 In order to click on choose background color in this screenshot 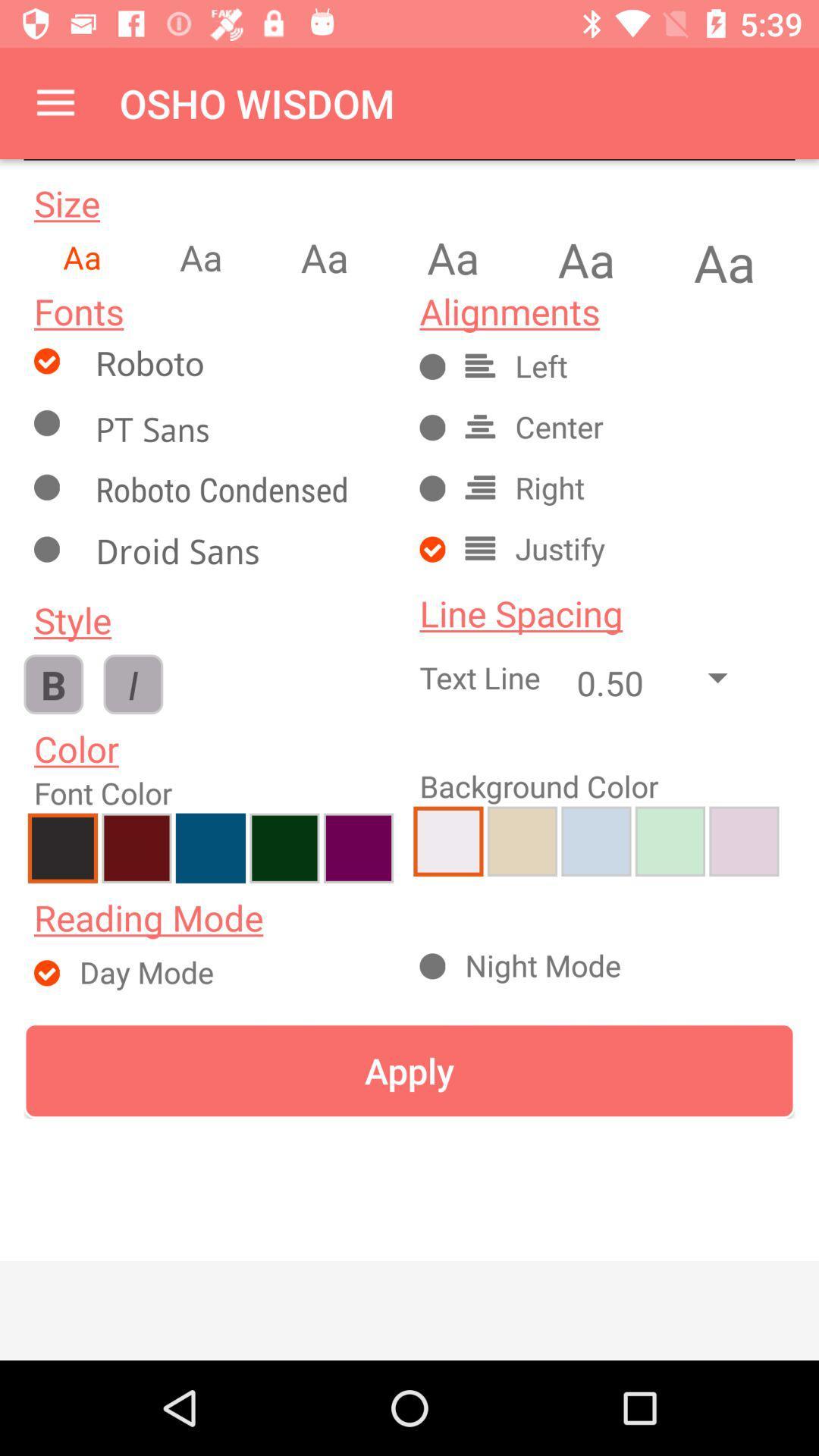, I will do `click(447, 840)`.